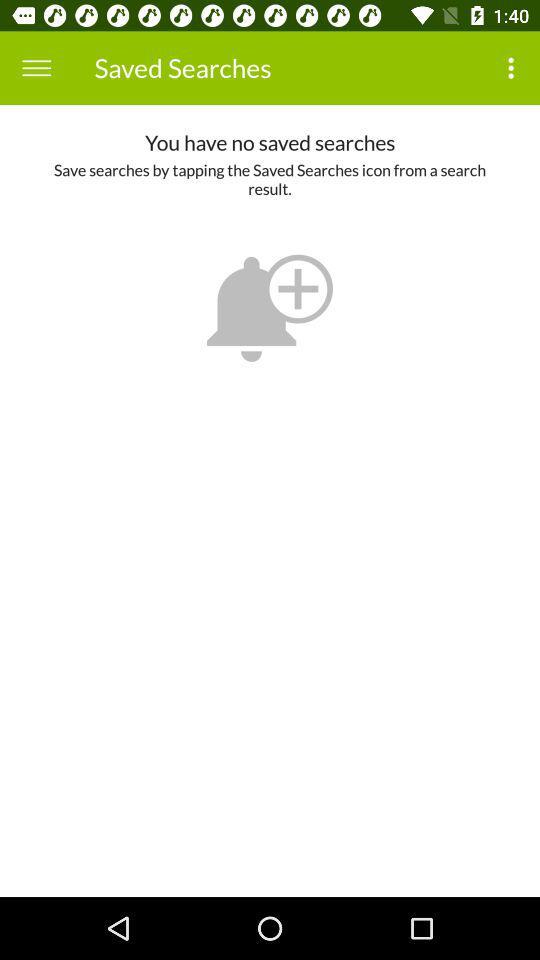 The image size is (540, 960). Describe the element at coordinates (36, 68) in the screenshot. I see `the icon to the left of saved searches` at that location.